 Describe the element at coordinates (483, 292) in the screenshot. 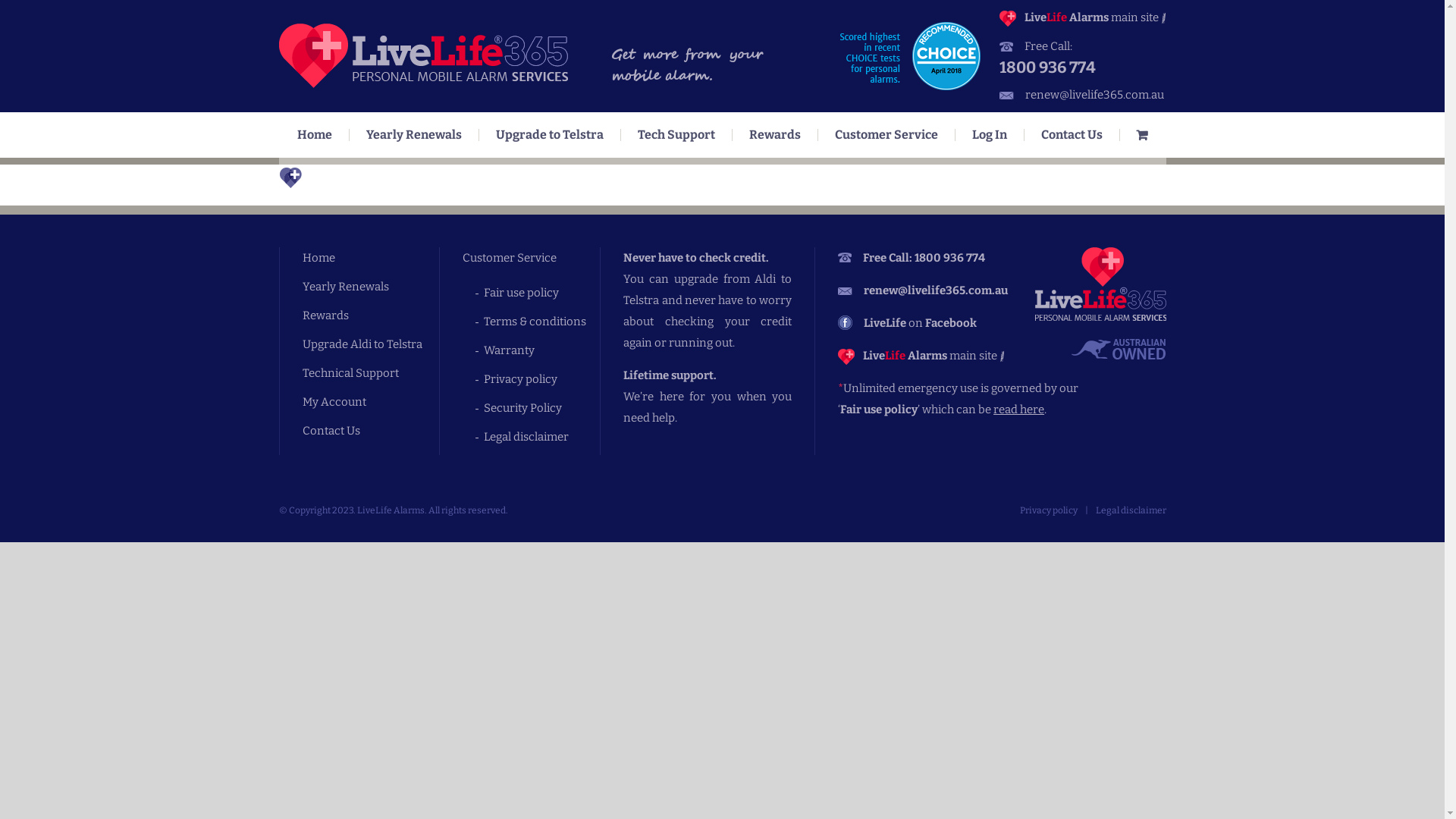

I see `'Fair use policy'` at that location.